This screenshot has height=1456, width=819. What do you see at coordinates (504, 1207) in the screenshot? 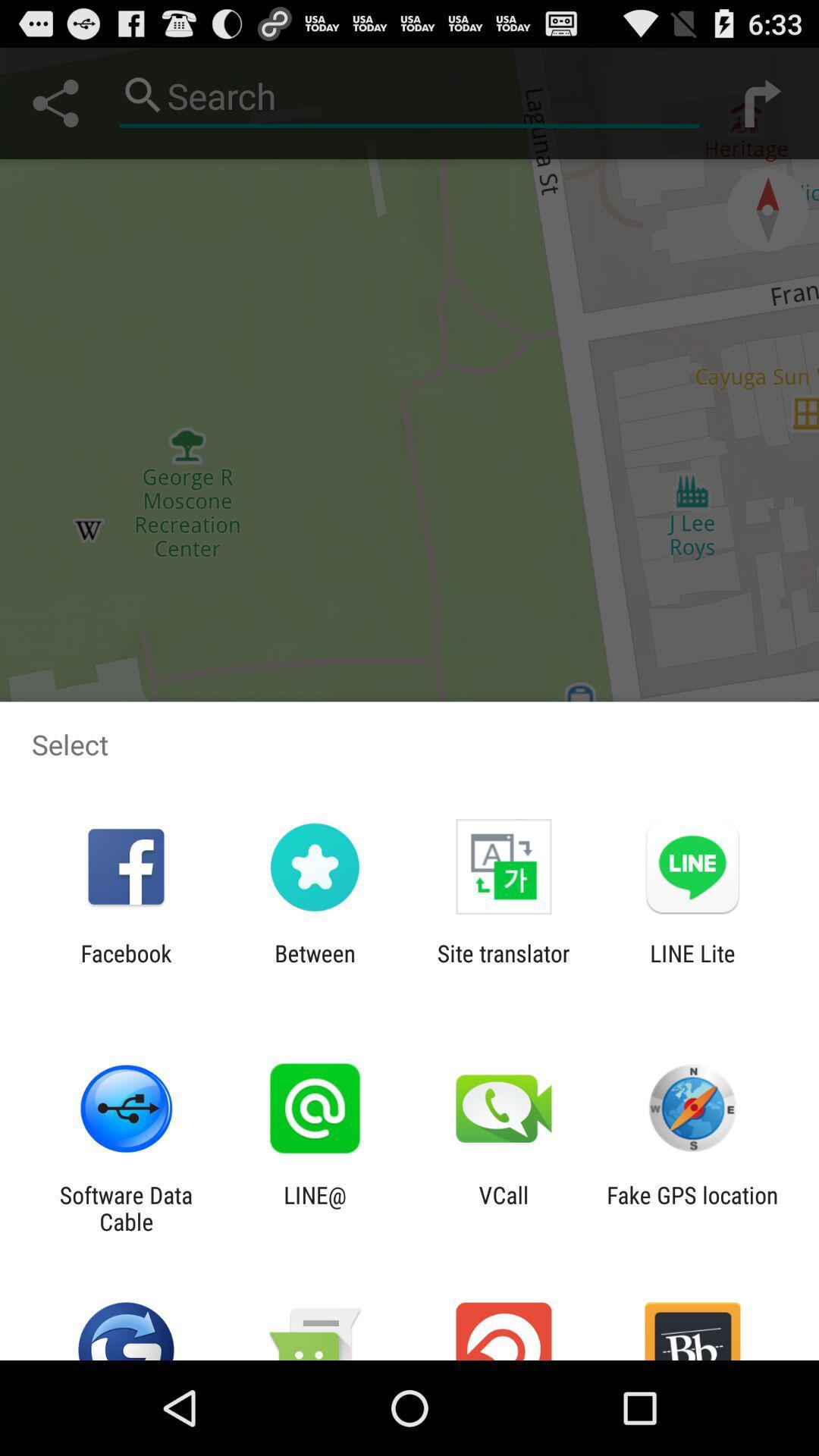
I see `vcall app` at bounding box center [504, 1207].